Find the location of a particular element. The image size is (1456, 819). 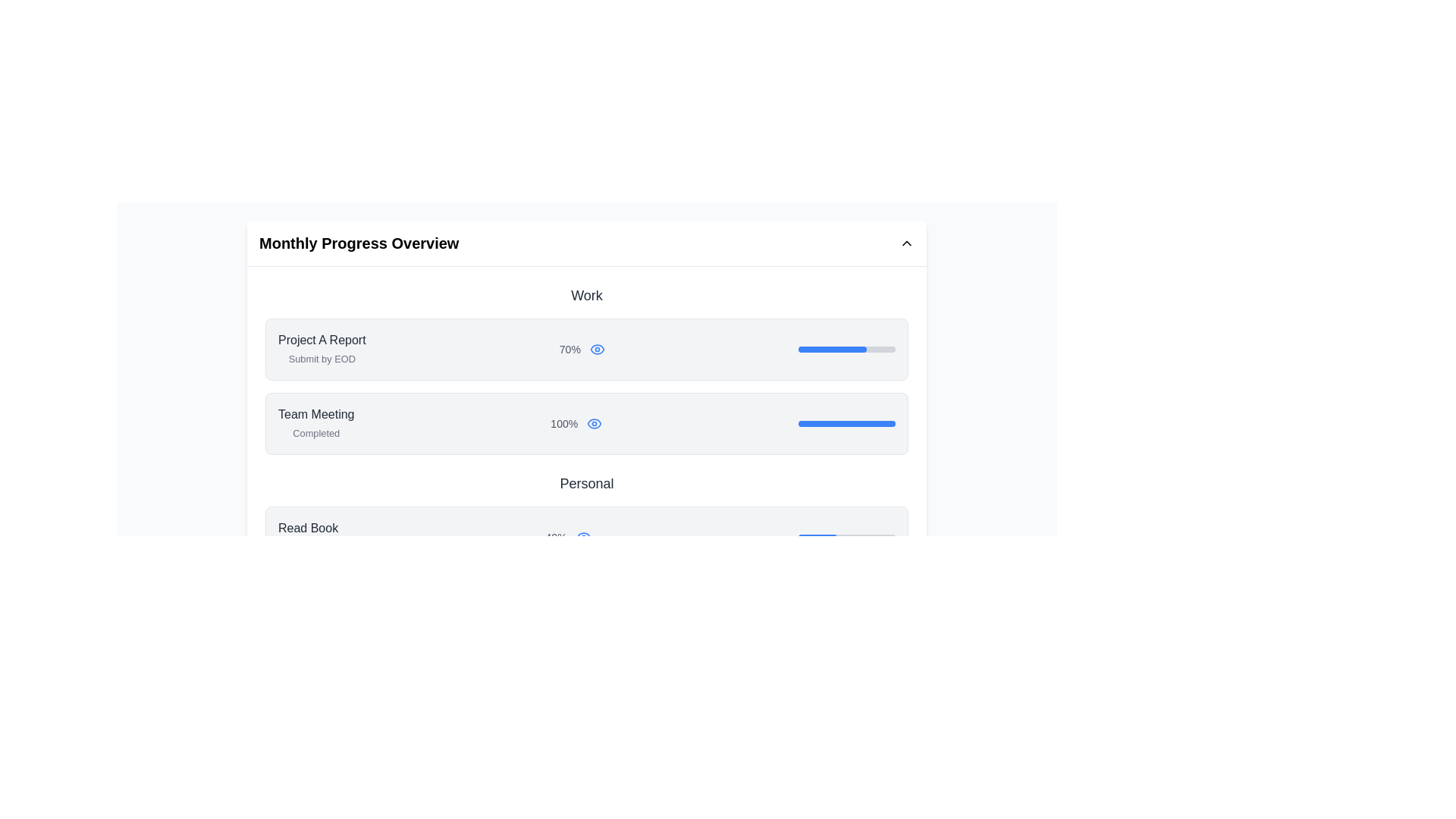

the progress visually on the progress bar indicating 40% completion located in the 'Read Book' section is located at coordinates (846, 537).